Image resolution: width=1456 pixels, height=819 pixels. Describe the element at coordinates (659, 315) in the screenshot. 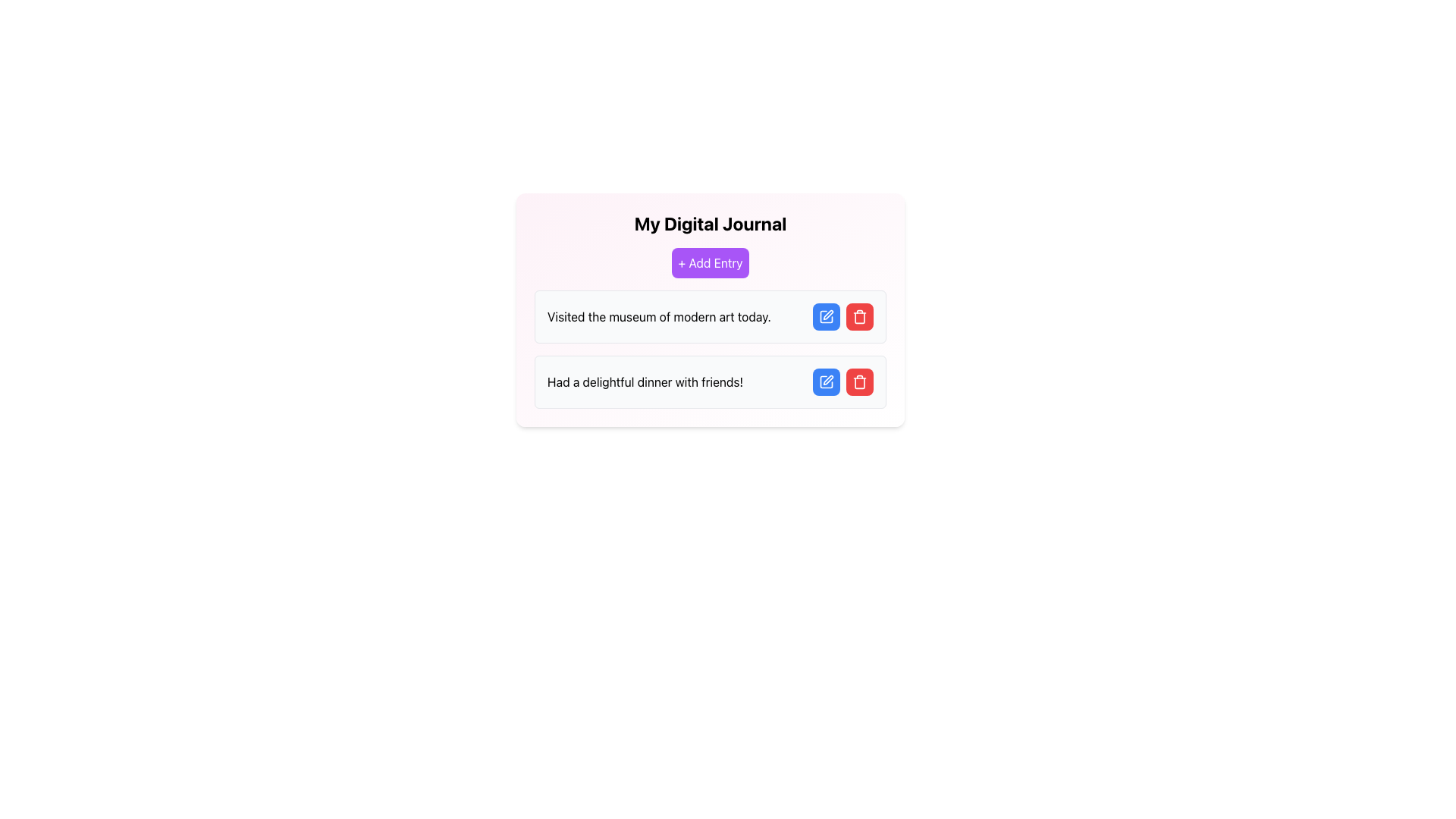

I see `the static text block displaying the first journal entry, positioned centrally between the blue pencil icon and the red trash icon` at that location.